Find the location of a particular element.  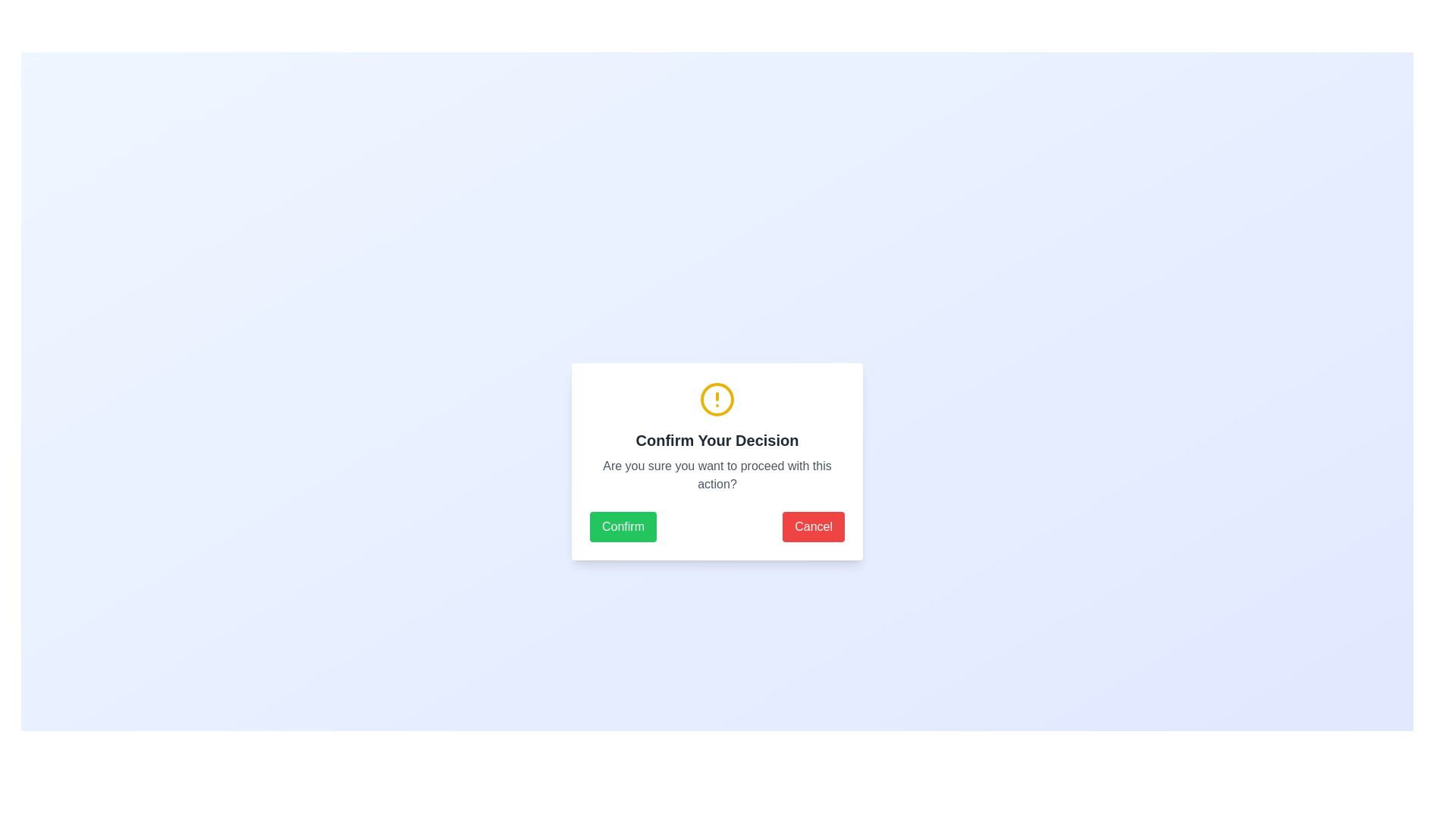

the text label displaying 'Confirm Your Decision' which is centered in the modal window, positioned below the alert icon is located at coordinates (716, 441).